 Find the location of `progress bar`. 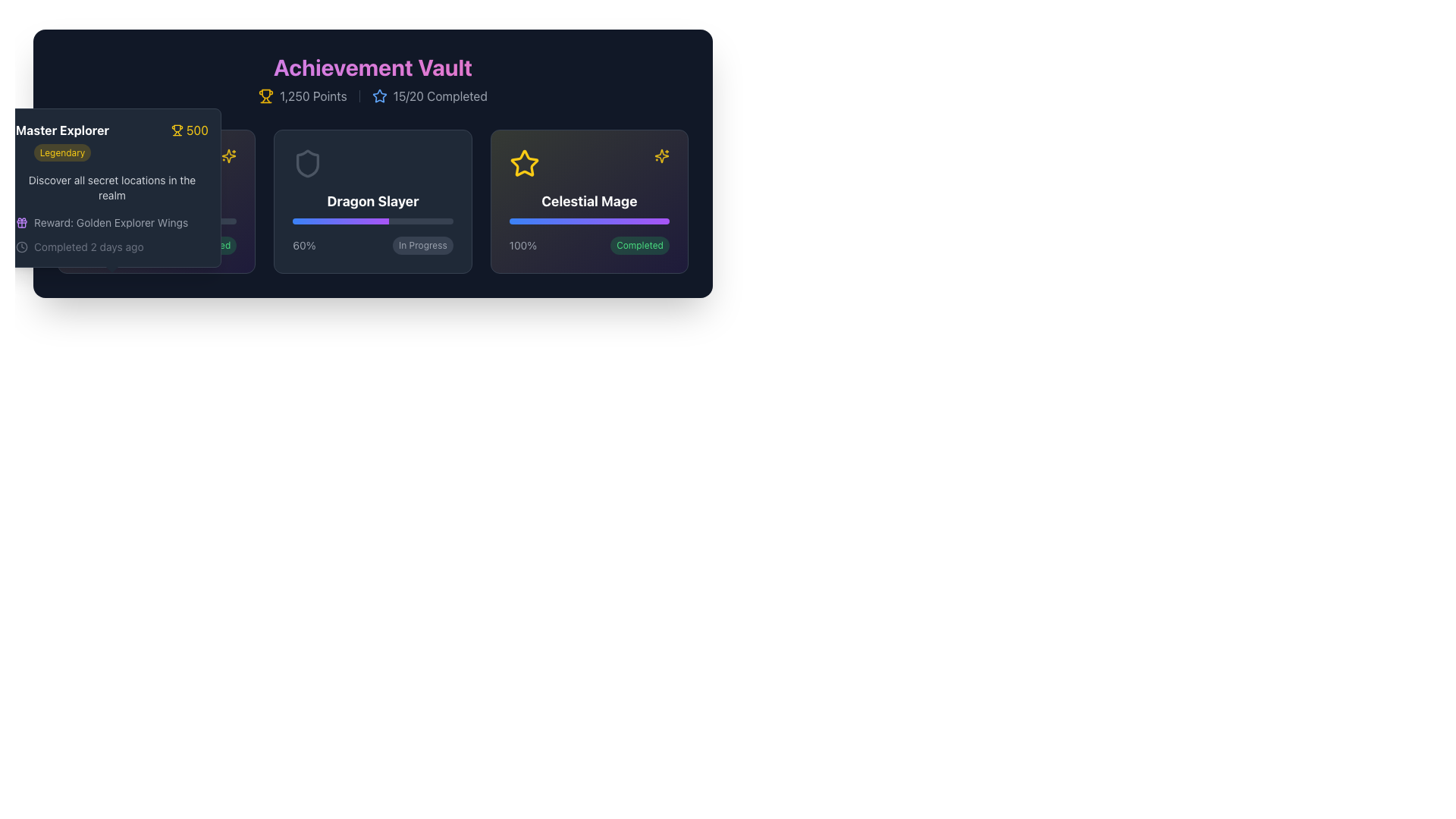

progress bar is located at coordinates (365, 221).